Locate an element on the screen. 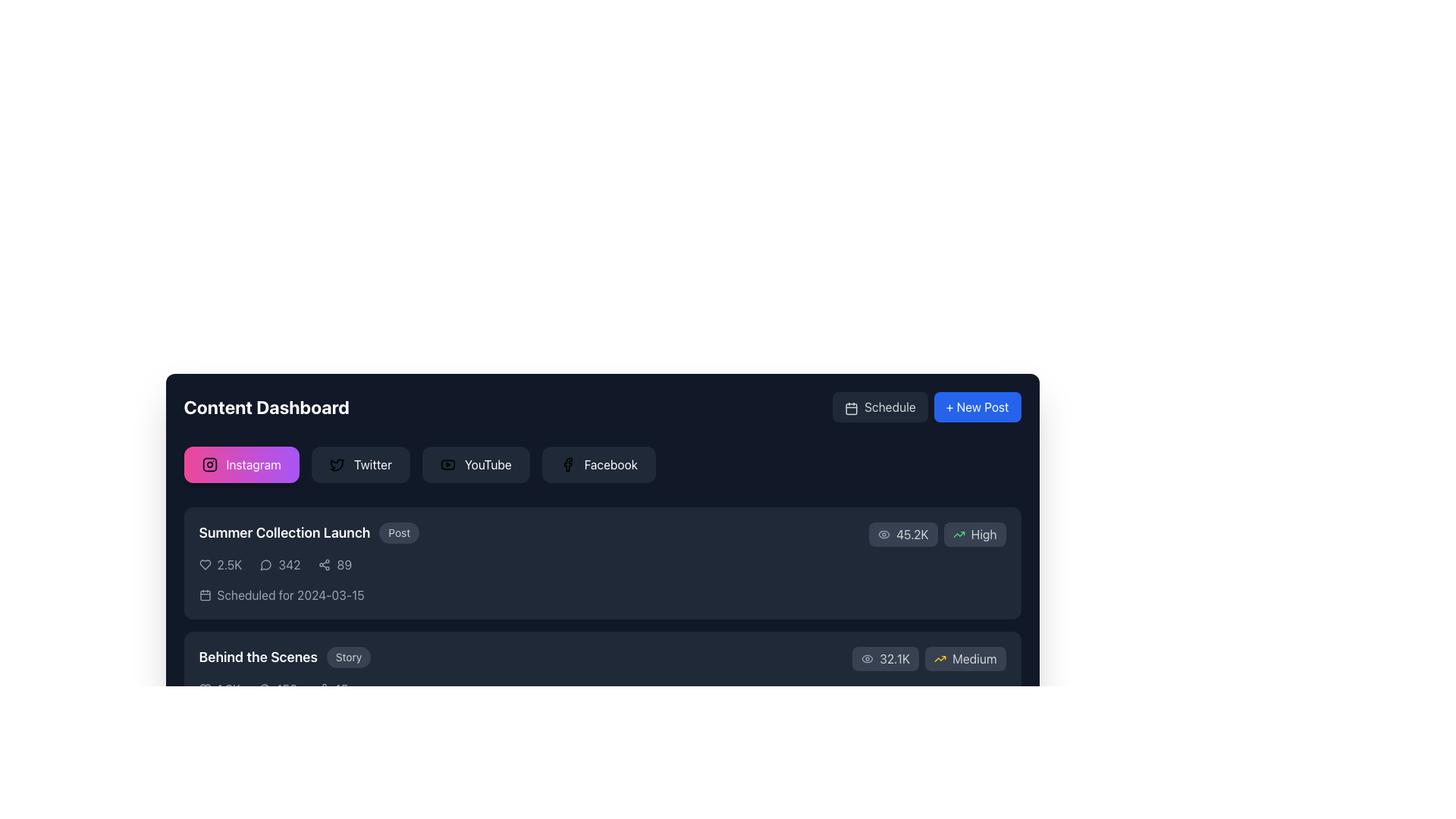 The width and height of the screenshot is (1456, 819). the button with a blue background and white text that reads '+ New Post' is located at coordinates (977, 406).